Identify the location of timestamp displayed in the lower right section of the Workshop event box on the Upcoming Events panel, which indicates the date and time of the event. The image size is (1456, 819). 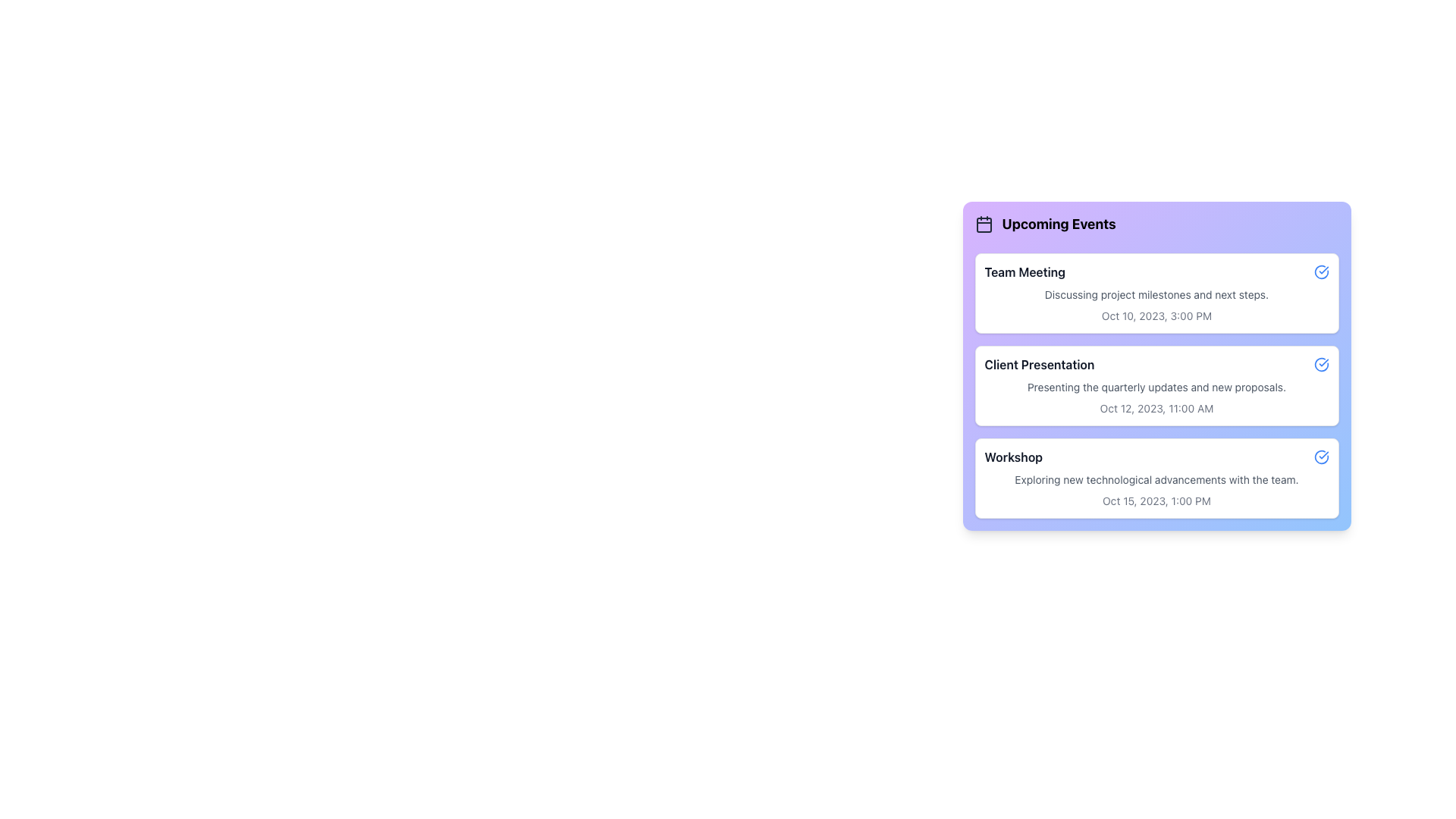
(1156, 500).